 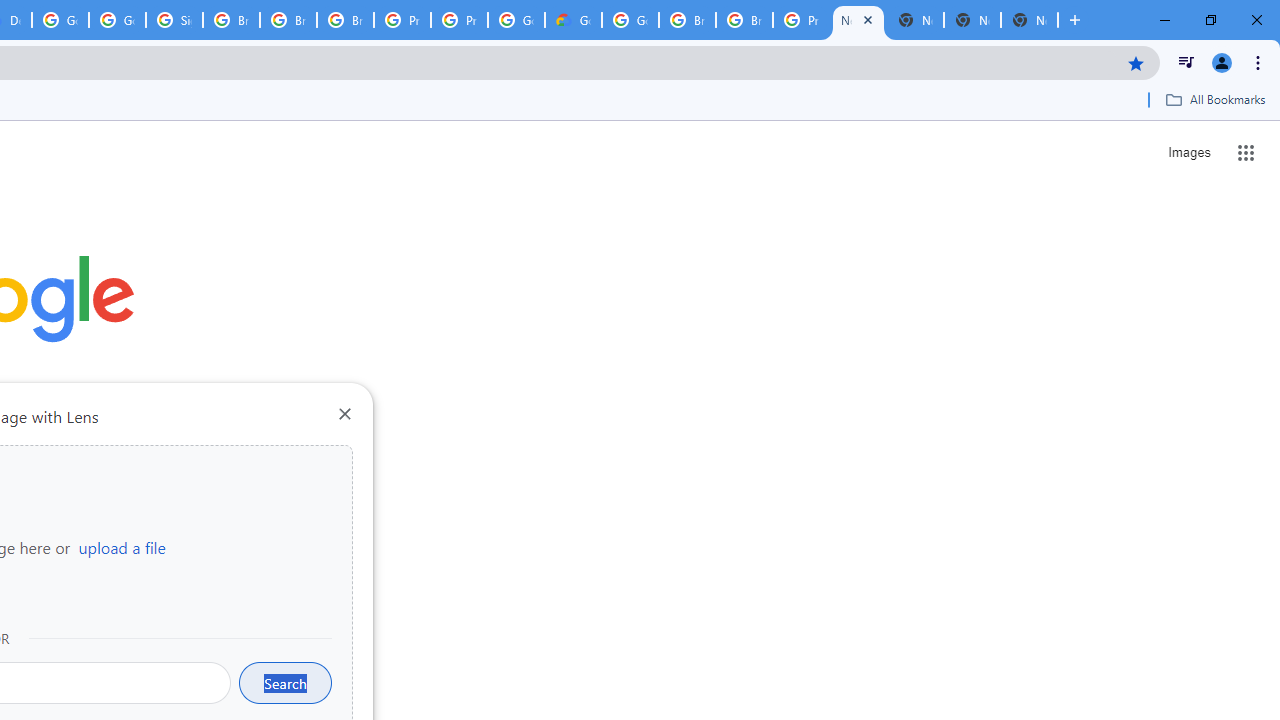 I want to click on 'Google Cloud Estimate Summary', so click(x=572, y=20).